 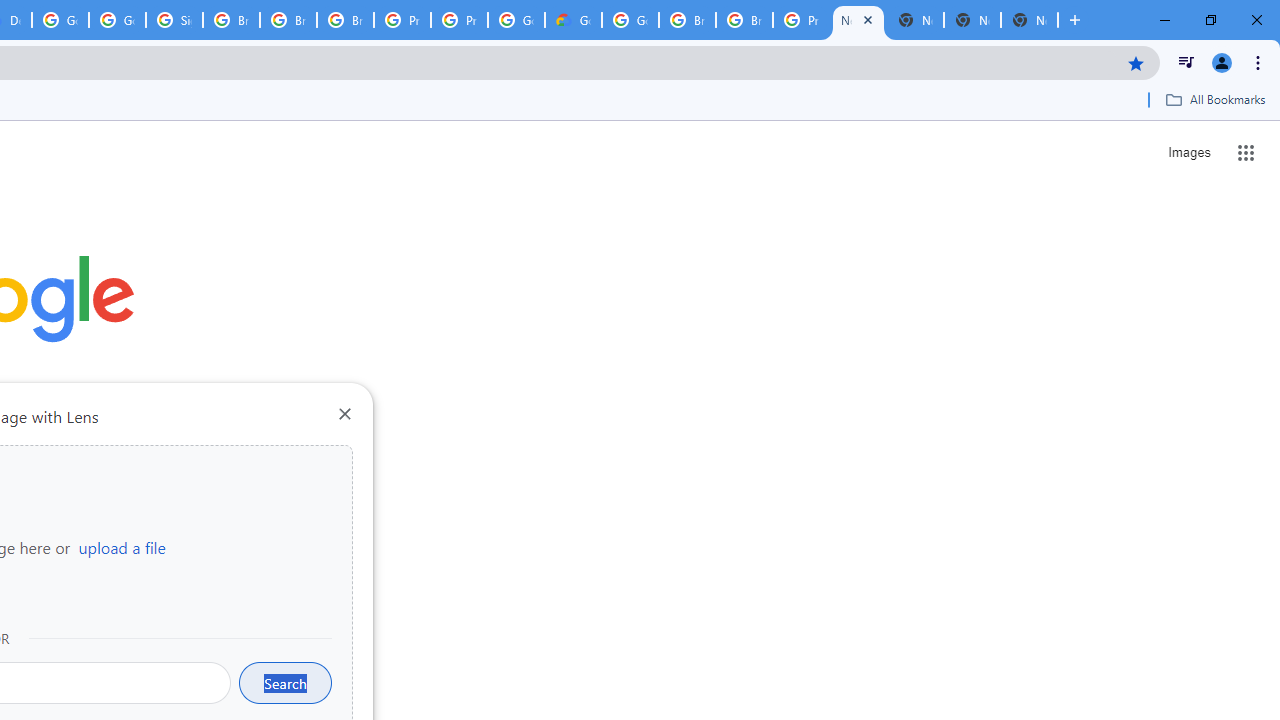 I want to click on 'Google Cloud Estimate Summary', so click(x=572, y=20).